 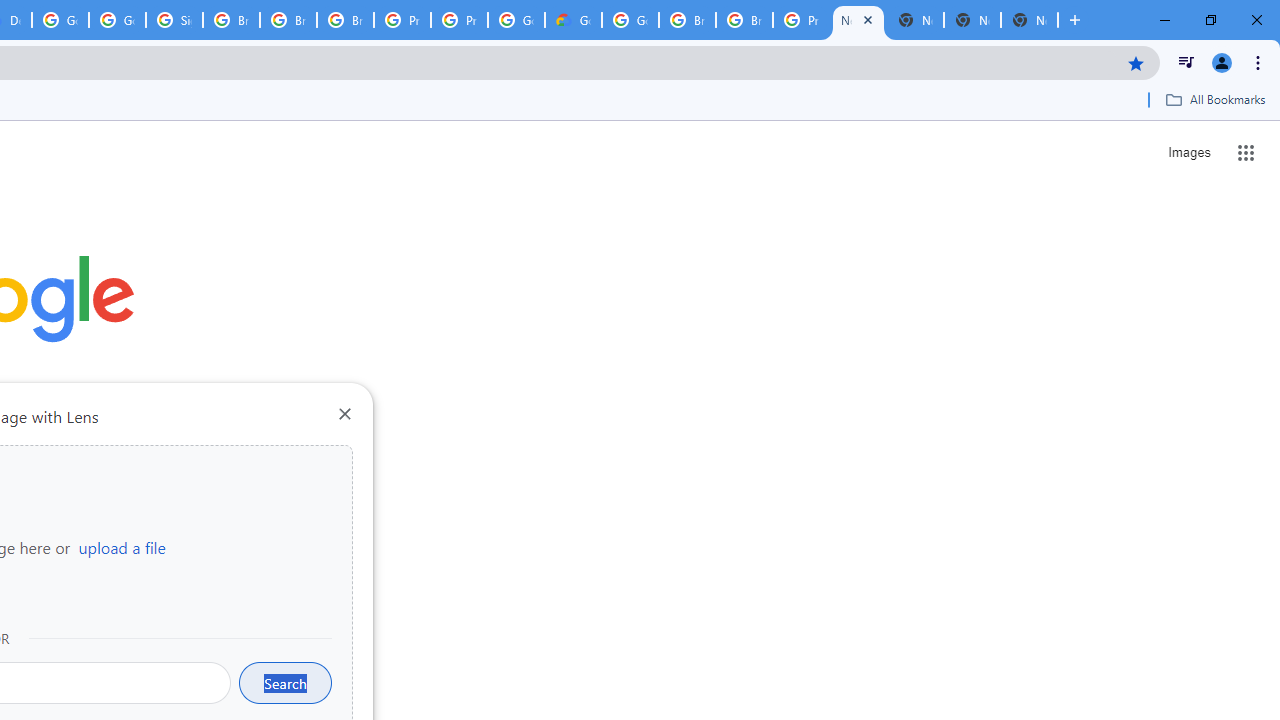 I want to click on 'Google Cloud Estimate Summary', so click(x=572, y=20).